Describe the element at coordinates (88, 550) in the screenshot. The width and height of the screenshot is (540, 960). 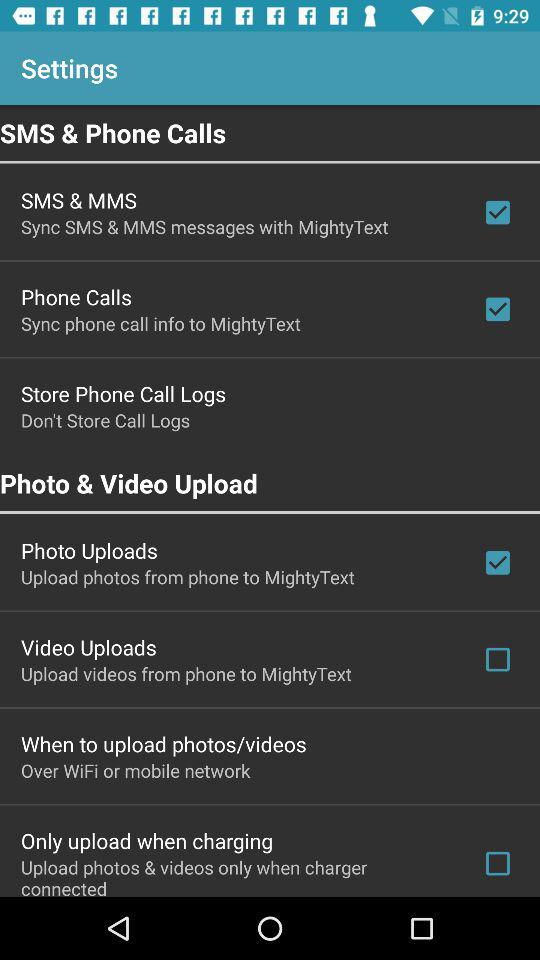
I see `photo uploads icon` at that location.